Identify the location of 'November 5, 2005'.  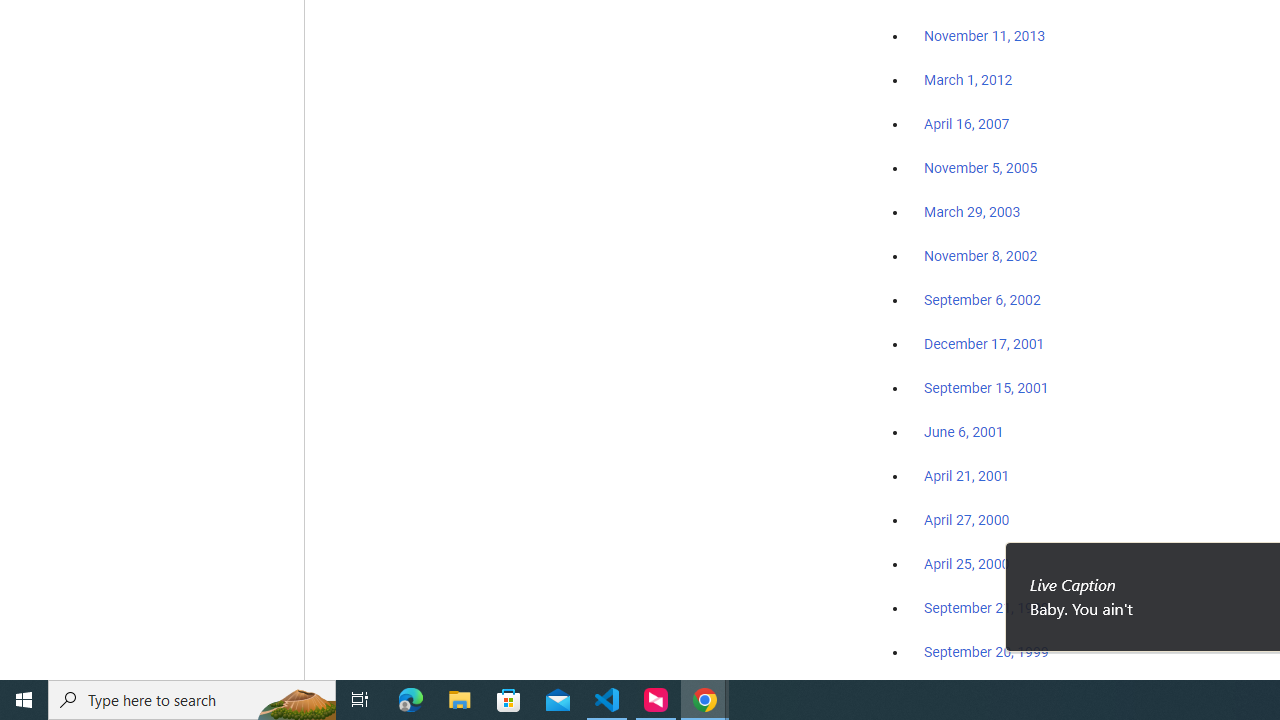
(981, 167).